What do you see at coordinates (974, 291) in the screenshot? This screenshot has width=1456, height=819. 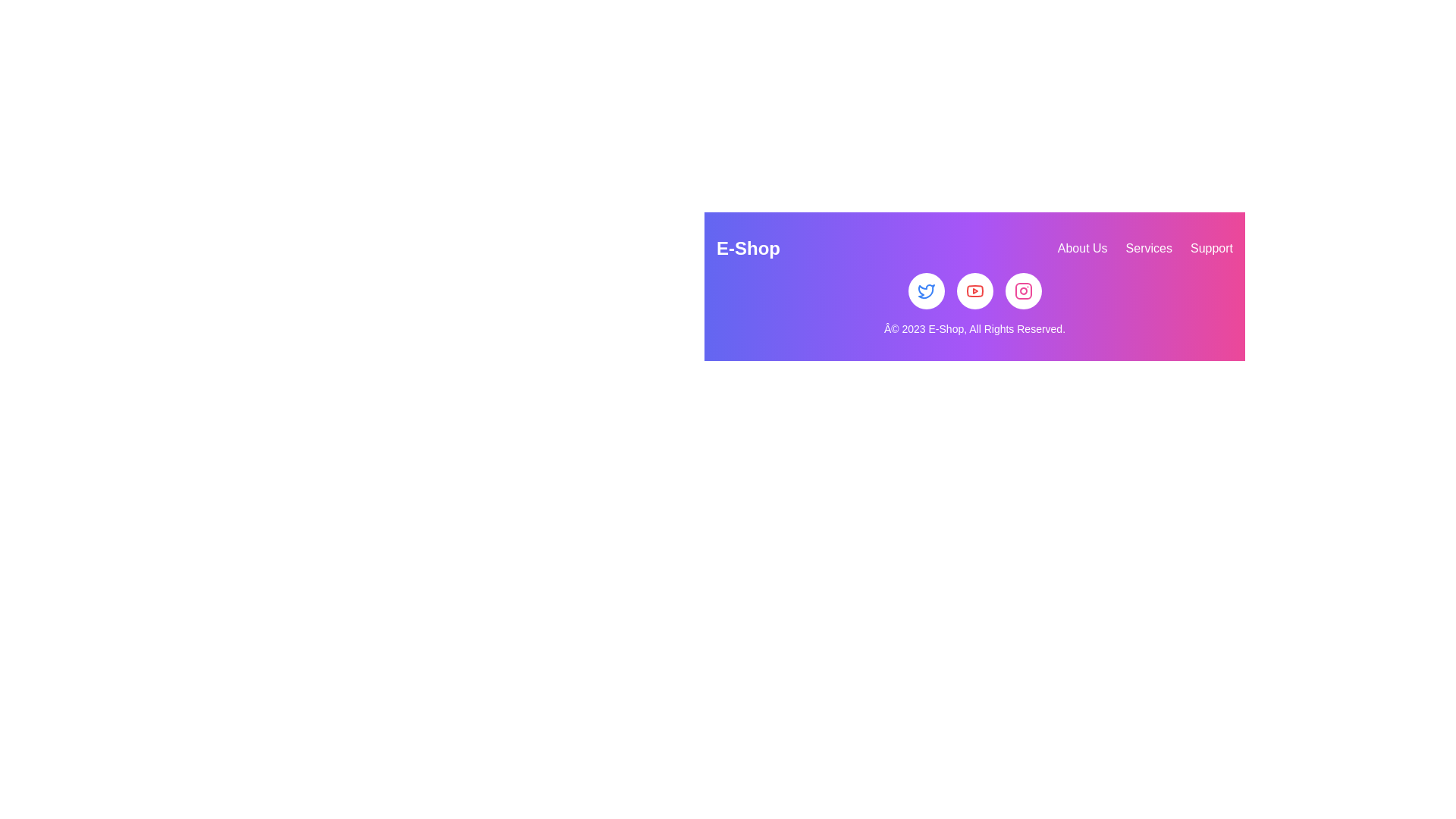 I see `the second IconButton in the footer` at bounding box center [974, 291].